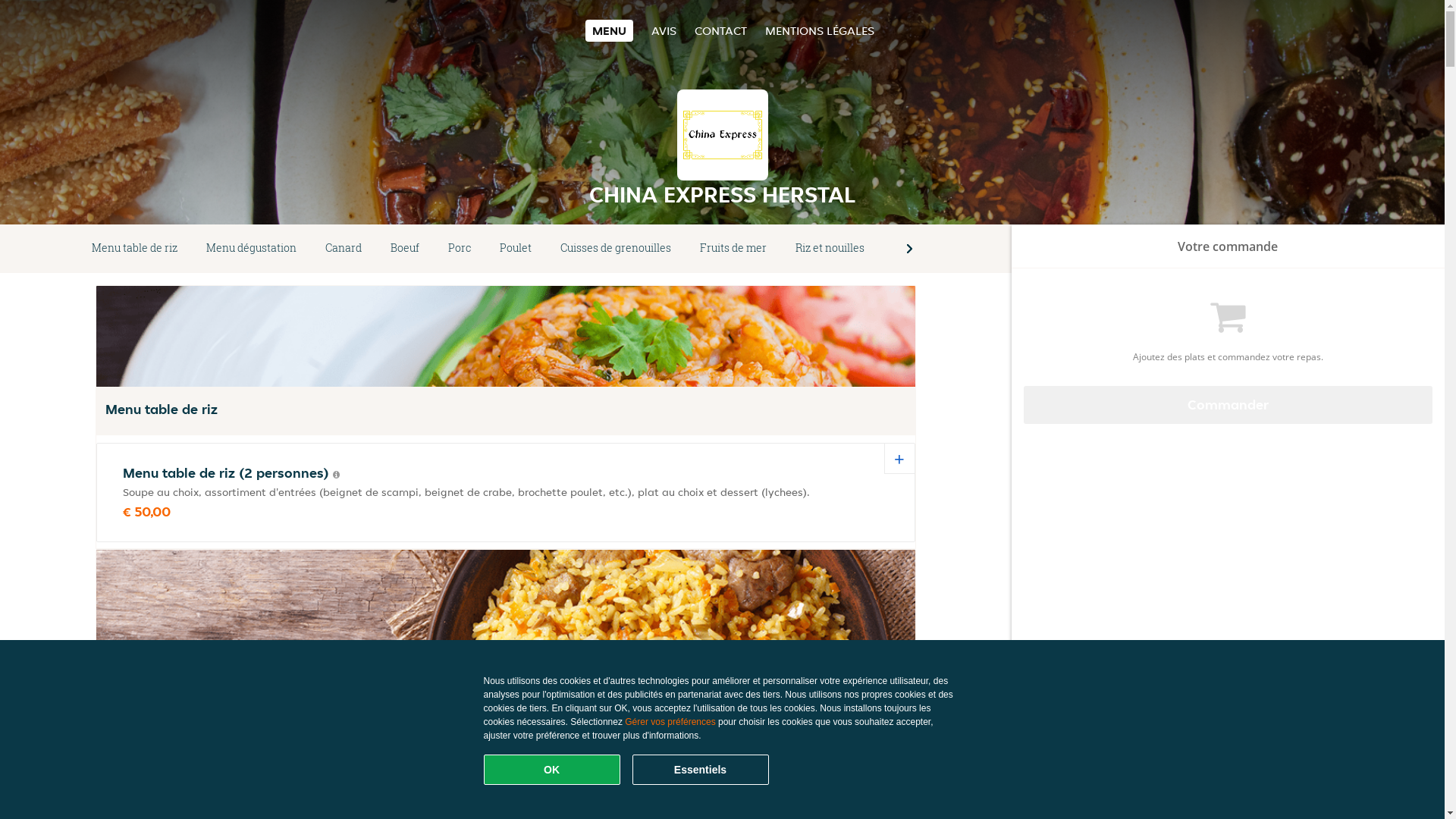  What do you see at coordinates (664, 30) in the screenshot?
I see `'AVIS'` at bounding box center [664, 30].